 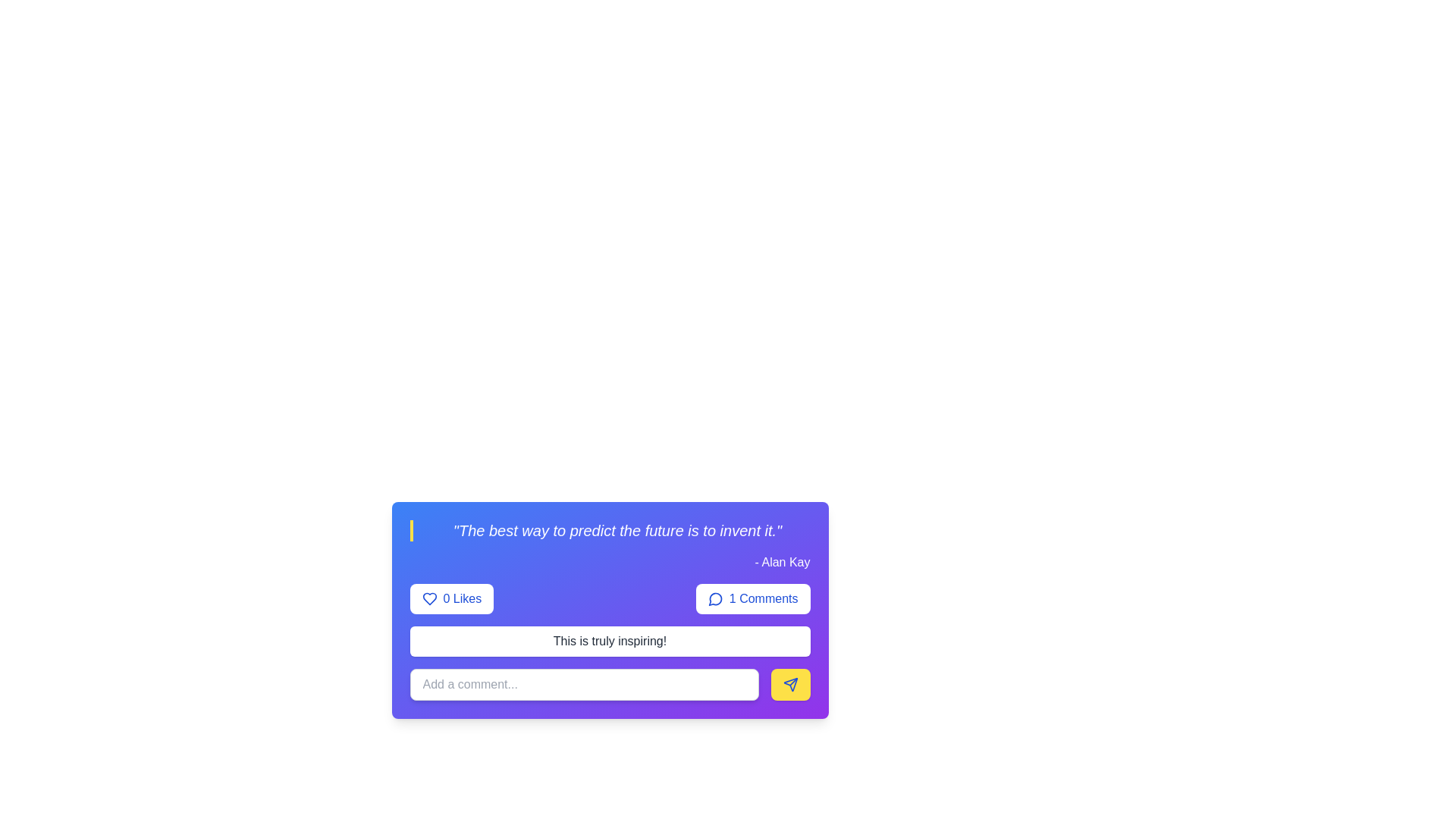 What do you see at coordinates (764, 598) in the screenshot?
I see `the interactive button containing the text '1 Comments' displayed in bold blue font, which is located next to the '0 Likes' button` at bounding box center [764, 598].